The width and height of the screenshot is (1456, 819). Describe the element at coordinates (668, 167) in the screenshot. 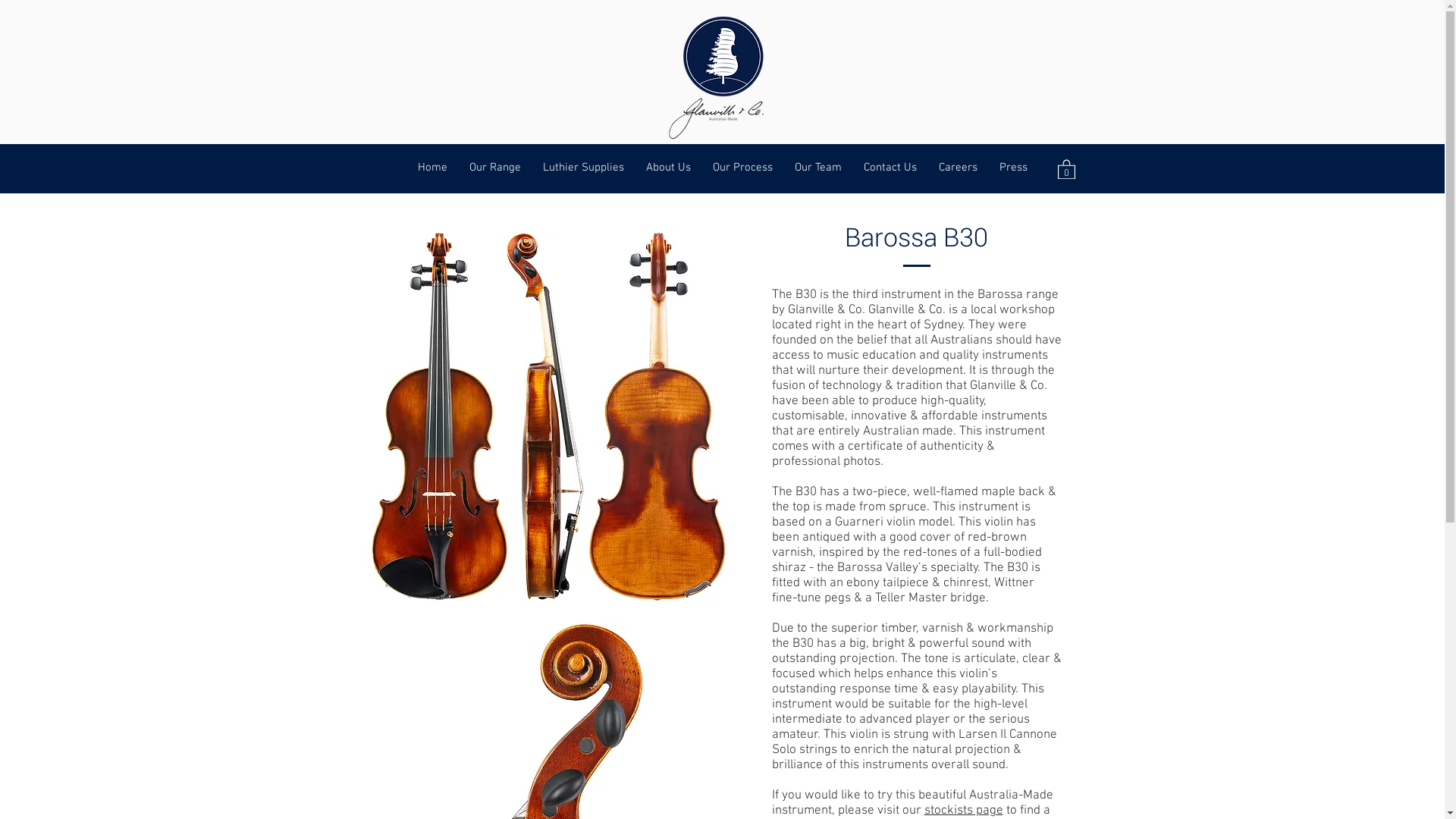

I see `'About Us'` at that location.